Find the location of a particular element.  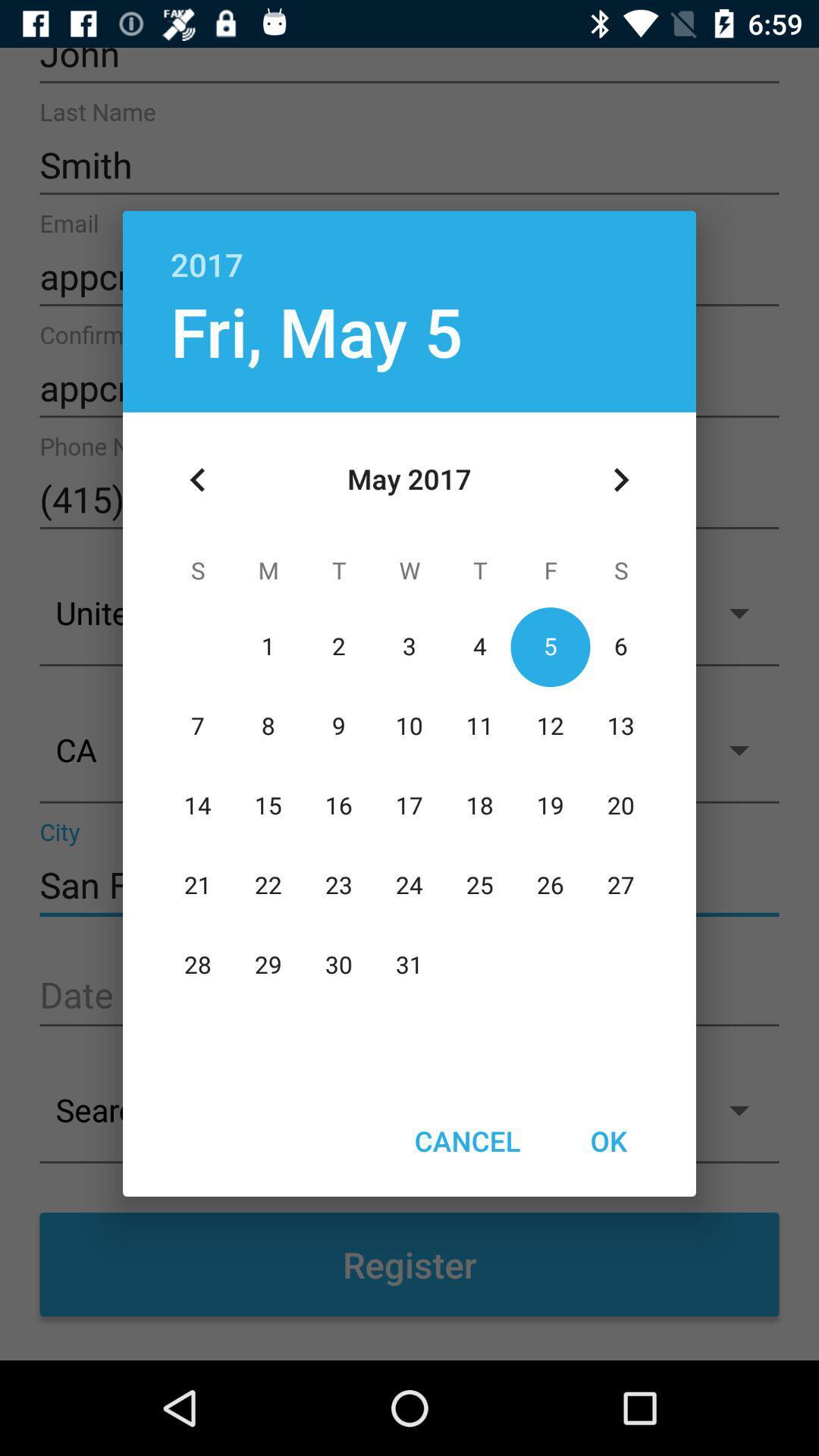

2017 is located at coordinates (409, 248).